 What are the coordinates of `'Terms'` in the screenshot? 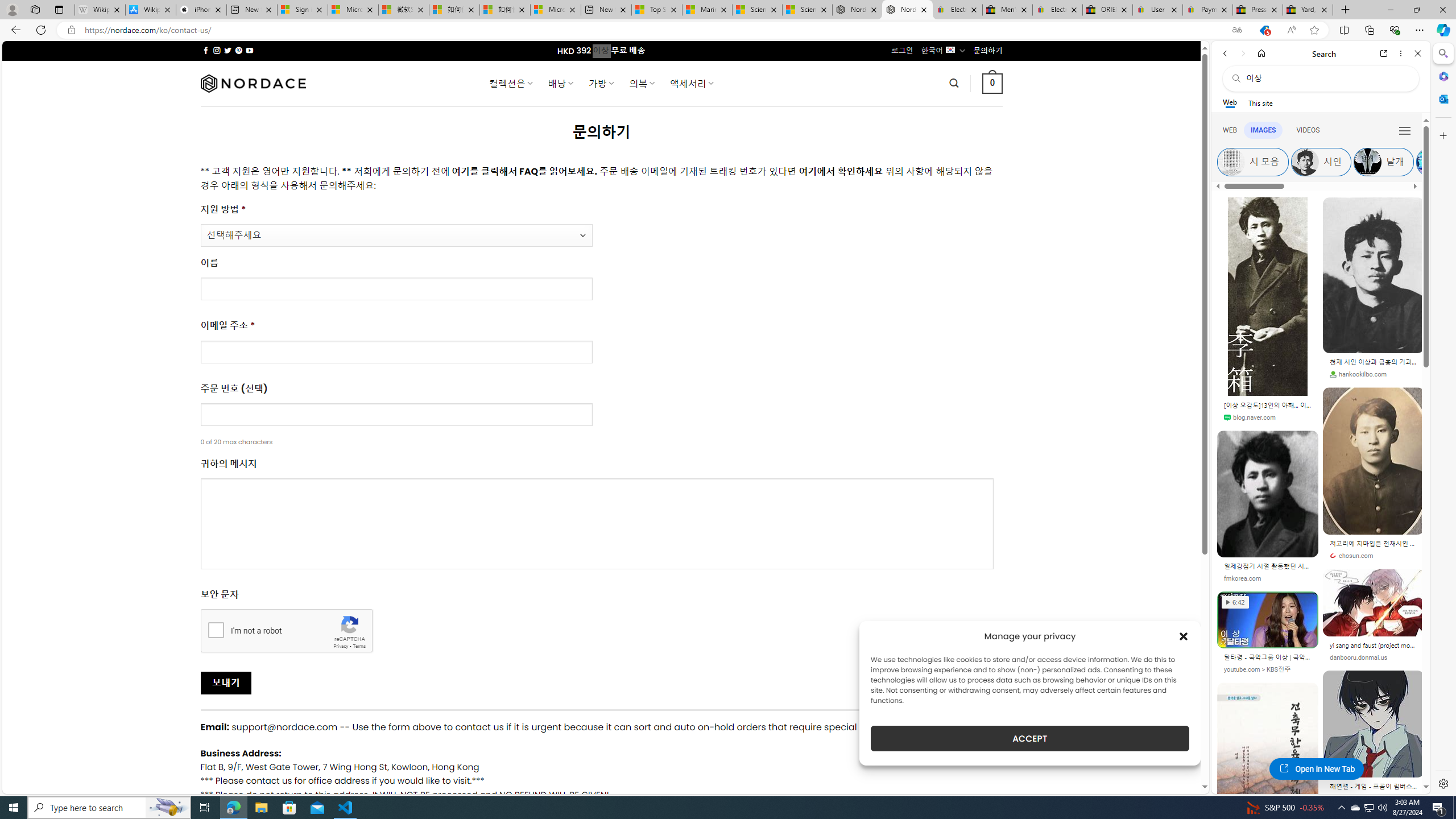 It's located at (359, 646).